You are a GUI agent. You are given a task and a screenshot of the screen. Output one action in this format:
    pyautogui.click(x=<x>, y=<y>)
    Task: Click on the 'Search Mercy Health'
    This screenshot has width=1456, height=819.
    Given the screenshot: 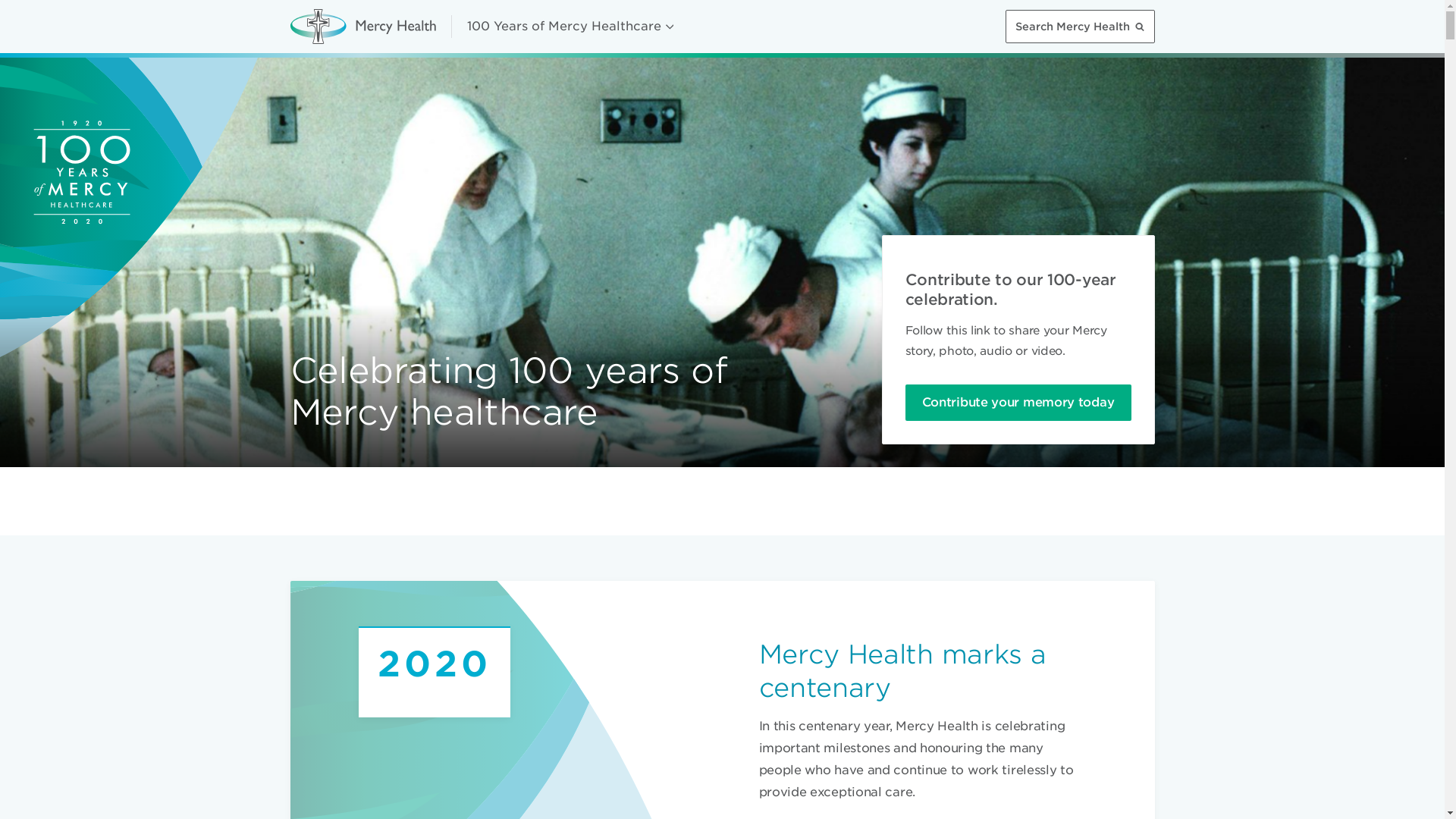 What is the action you would take?
    pyautogui.click(x=1079, y=26)
    